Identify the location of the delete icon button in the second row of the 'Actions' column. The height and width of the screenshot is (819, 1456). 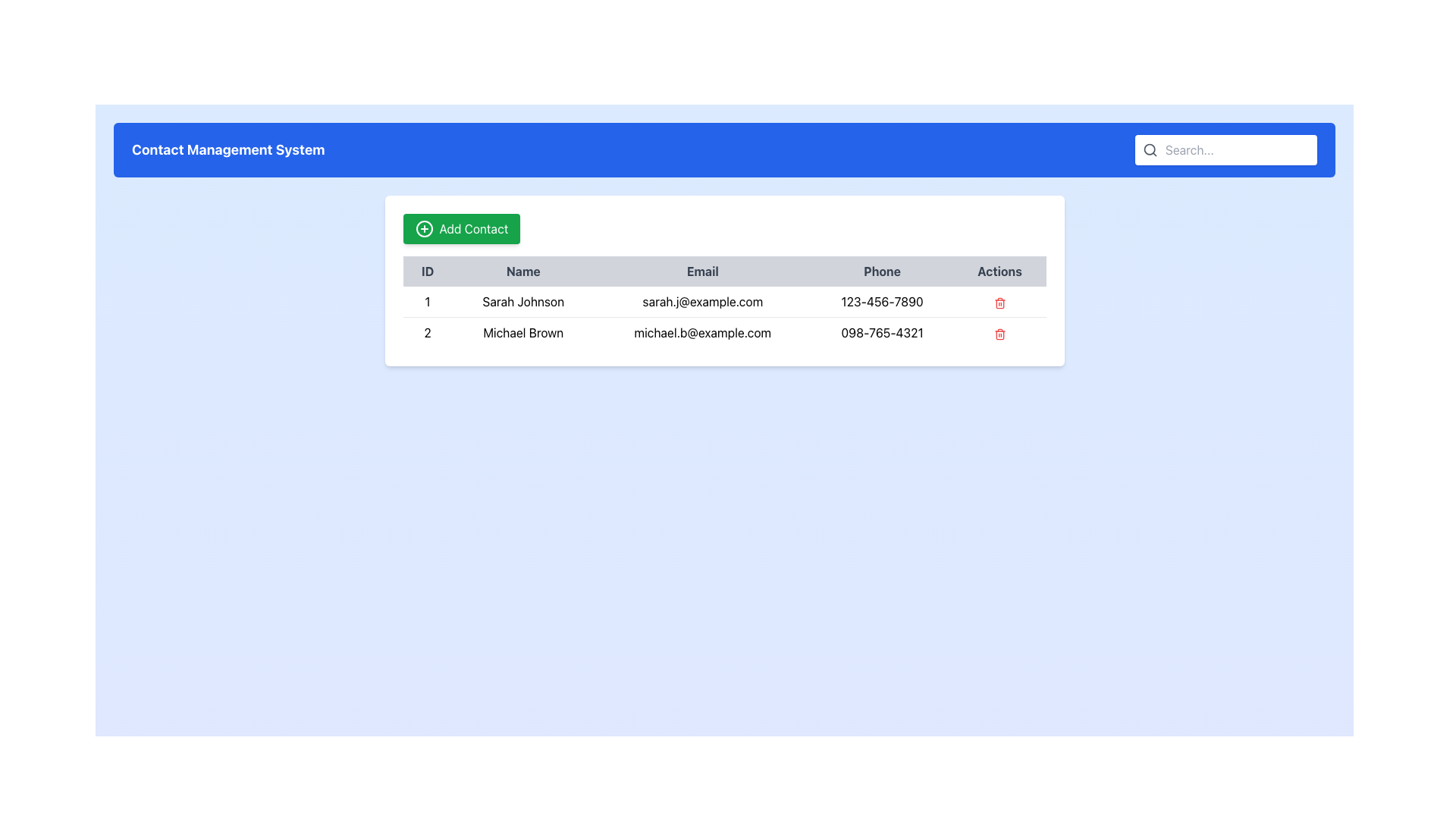
(999, 301).